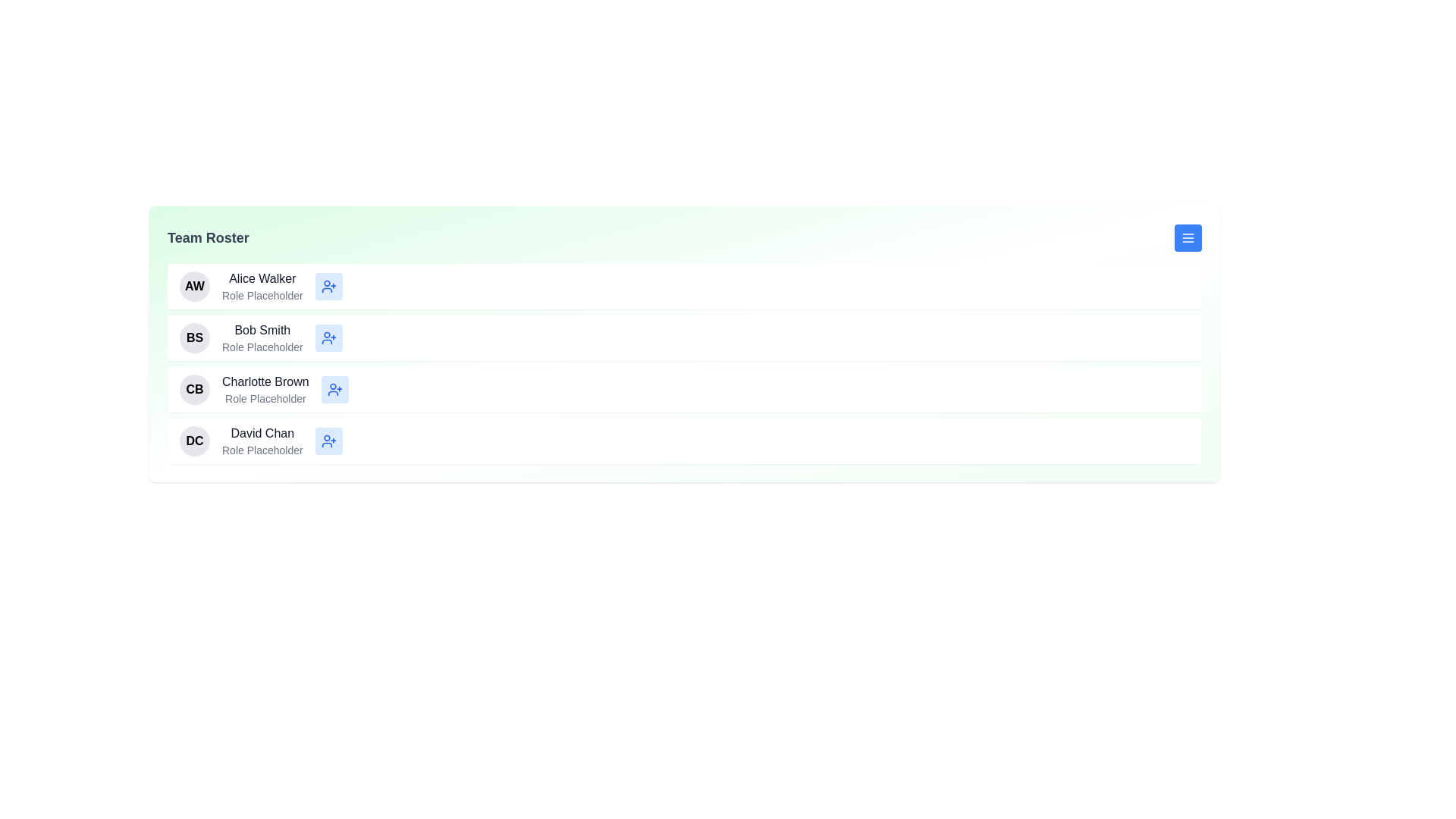 This screenshot has width=1456, height=819. I want to click on the user avatar for 'Charlotte Brown' displaying initials 'CB' in the roster, so click(194, 388).